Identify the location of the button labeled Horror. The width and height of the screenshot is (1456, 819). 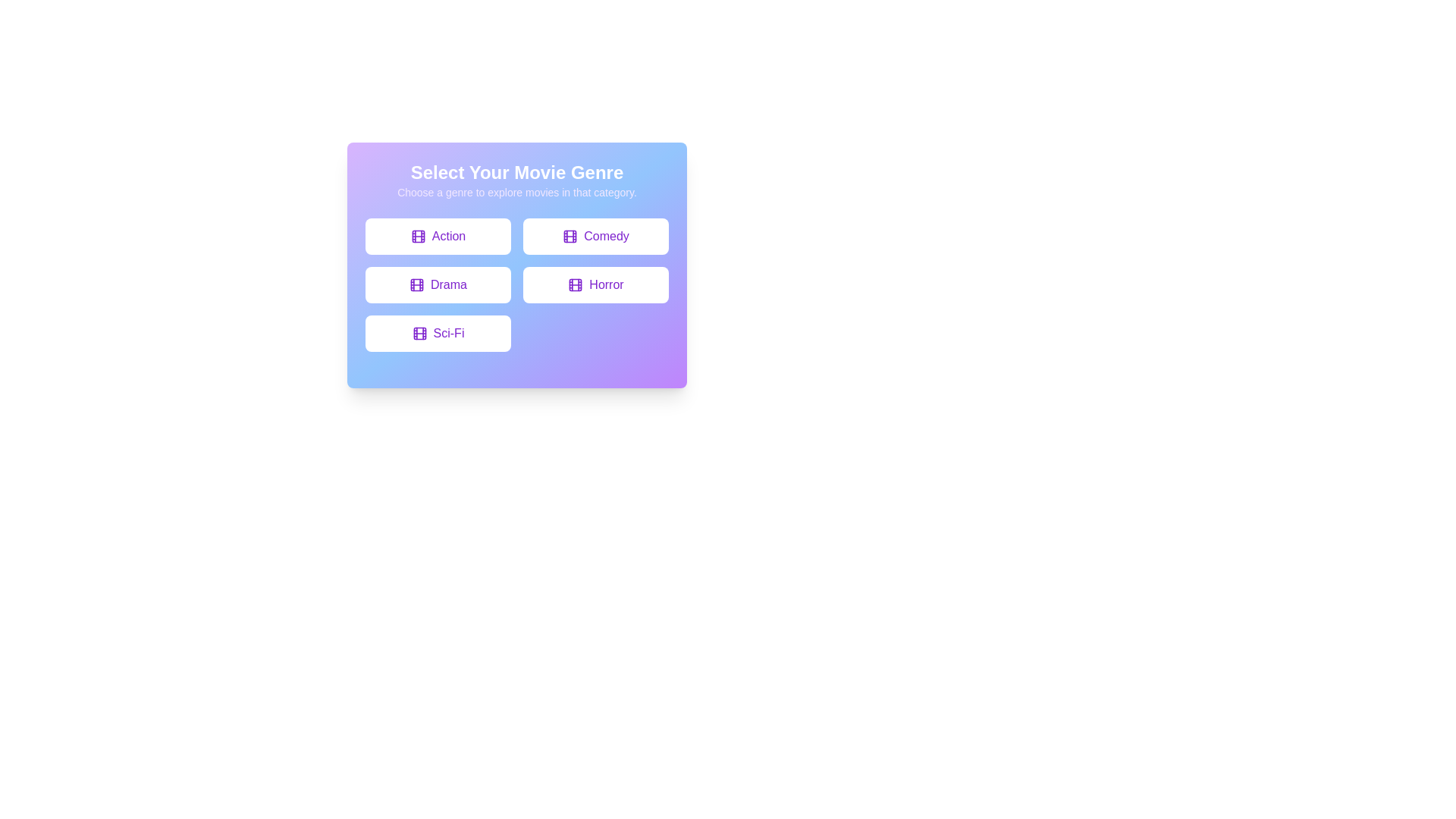
(595, 284).